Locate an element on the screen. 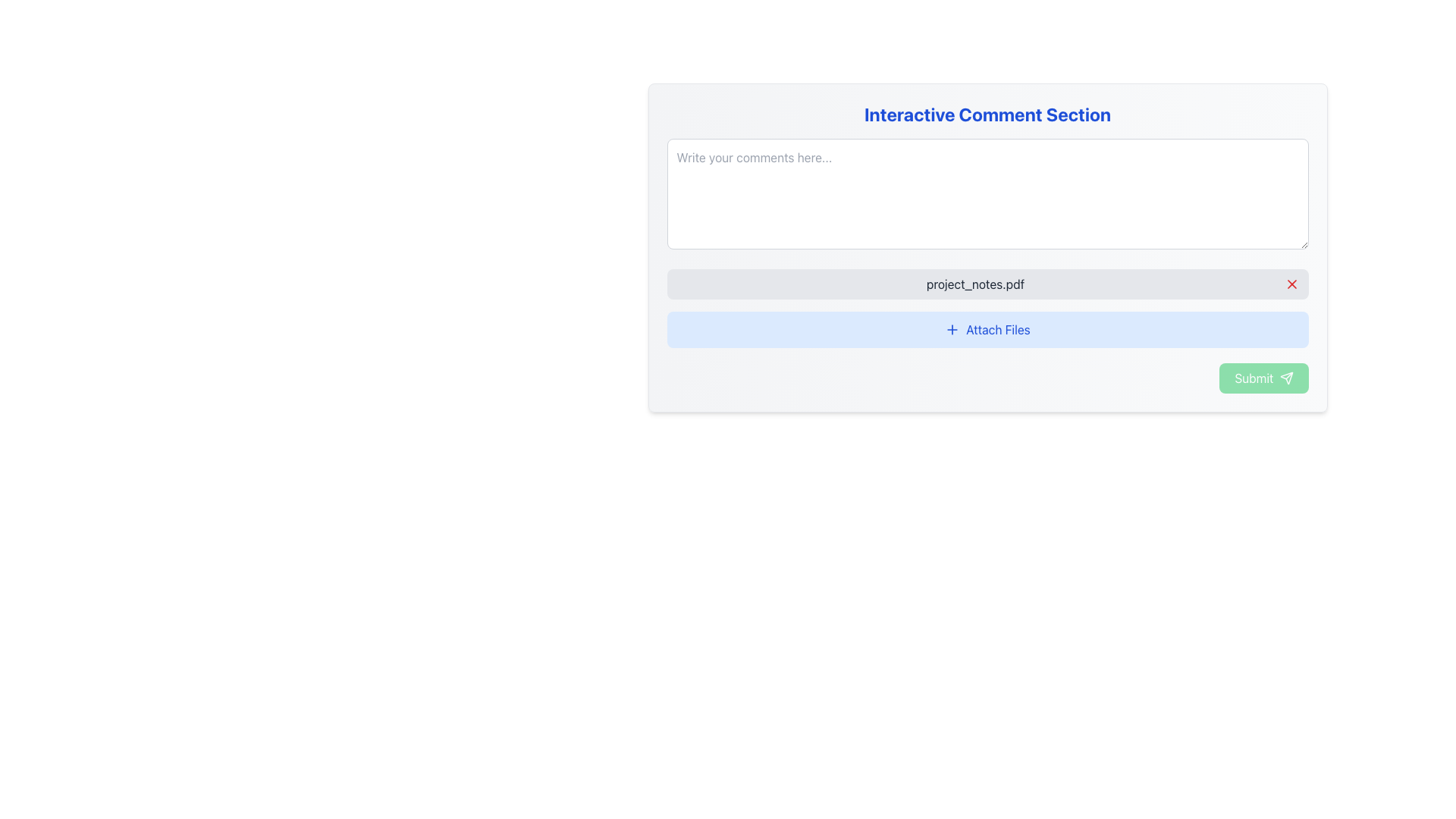 This screenshot has height=819, width=1456. the submit button located at the far right of the comment section is located at coordinates (1263, 377).